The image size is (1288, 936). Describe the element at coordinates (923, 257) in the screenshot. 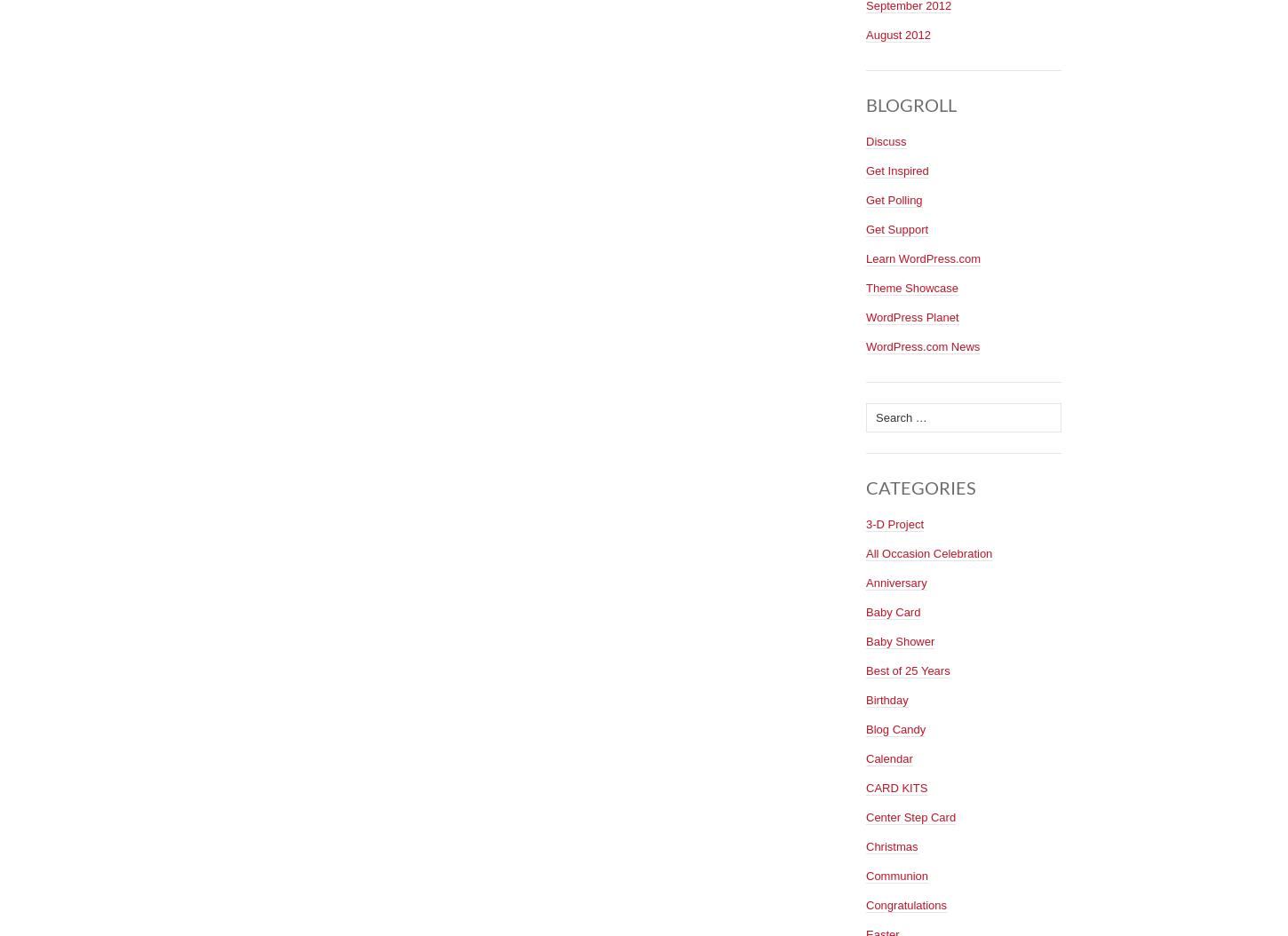

I see `'Learn WordPress.com'` at that location.